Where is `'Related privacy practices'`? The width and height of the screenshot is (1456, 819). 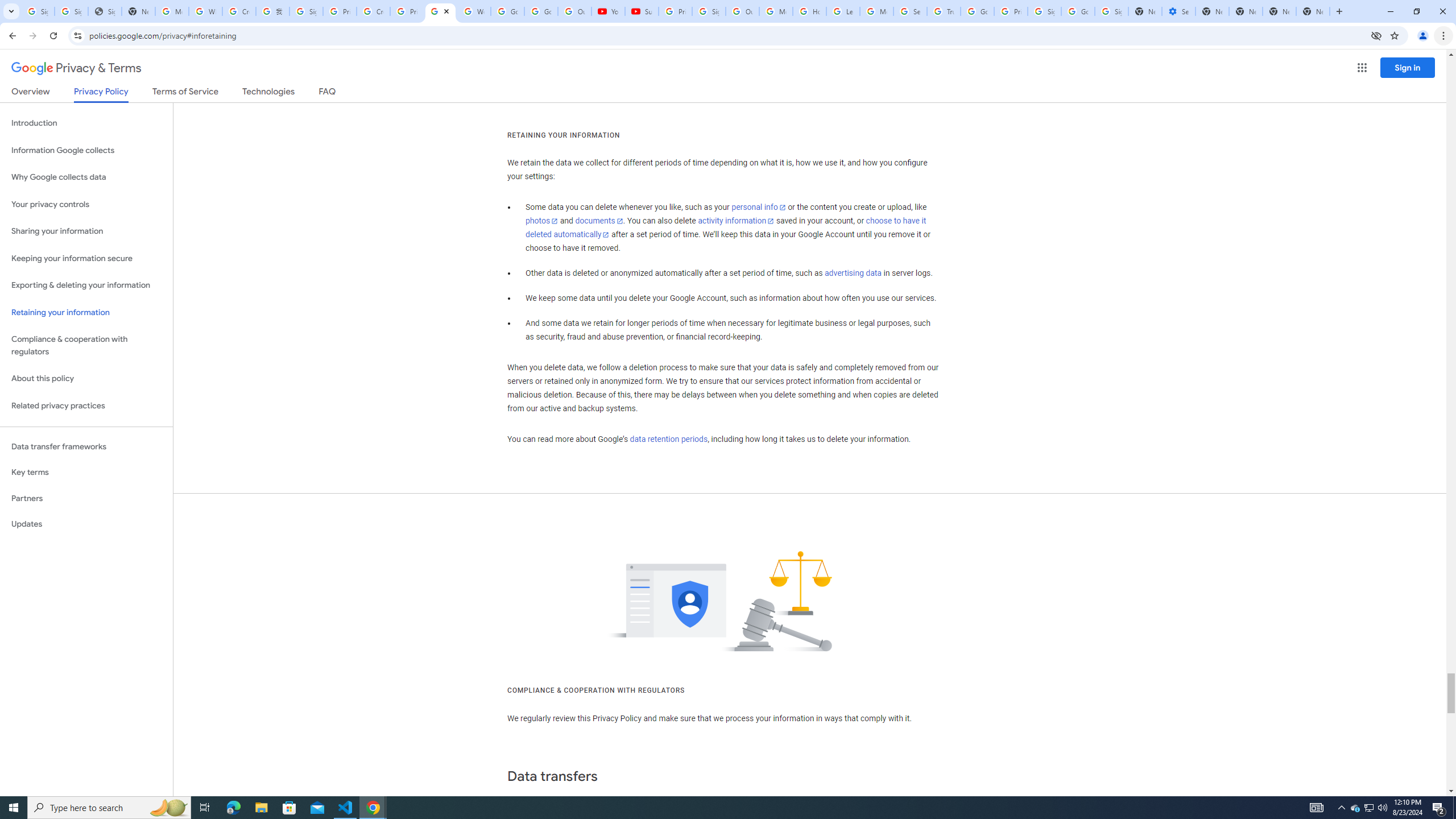
'Related privacy practices' is located at coordinates (86, 405).